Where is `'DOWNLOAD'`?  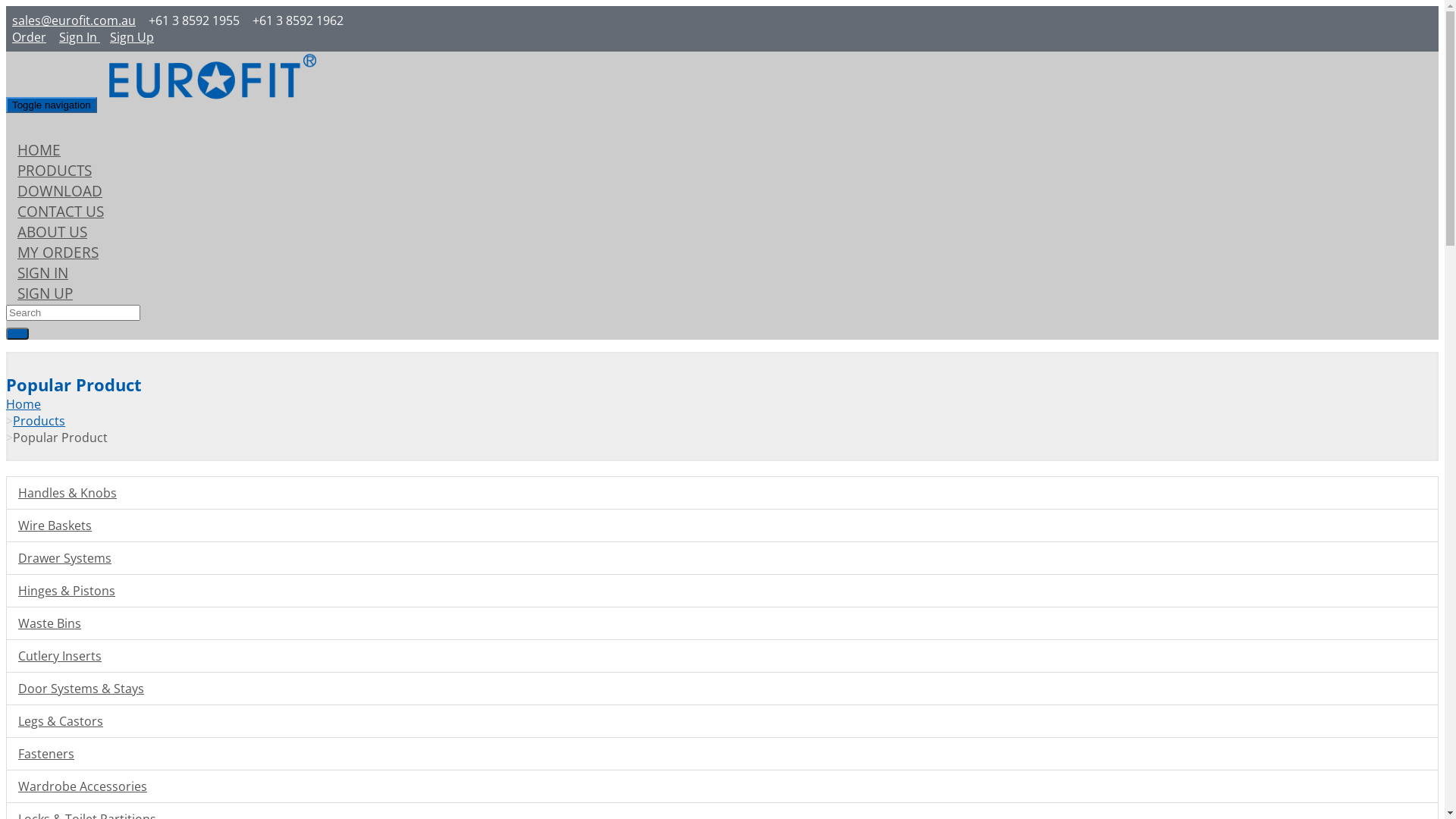 'DOWNLOAD' is located at coordinates (59, 190).